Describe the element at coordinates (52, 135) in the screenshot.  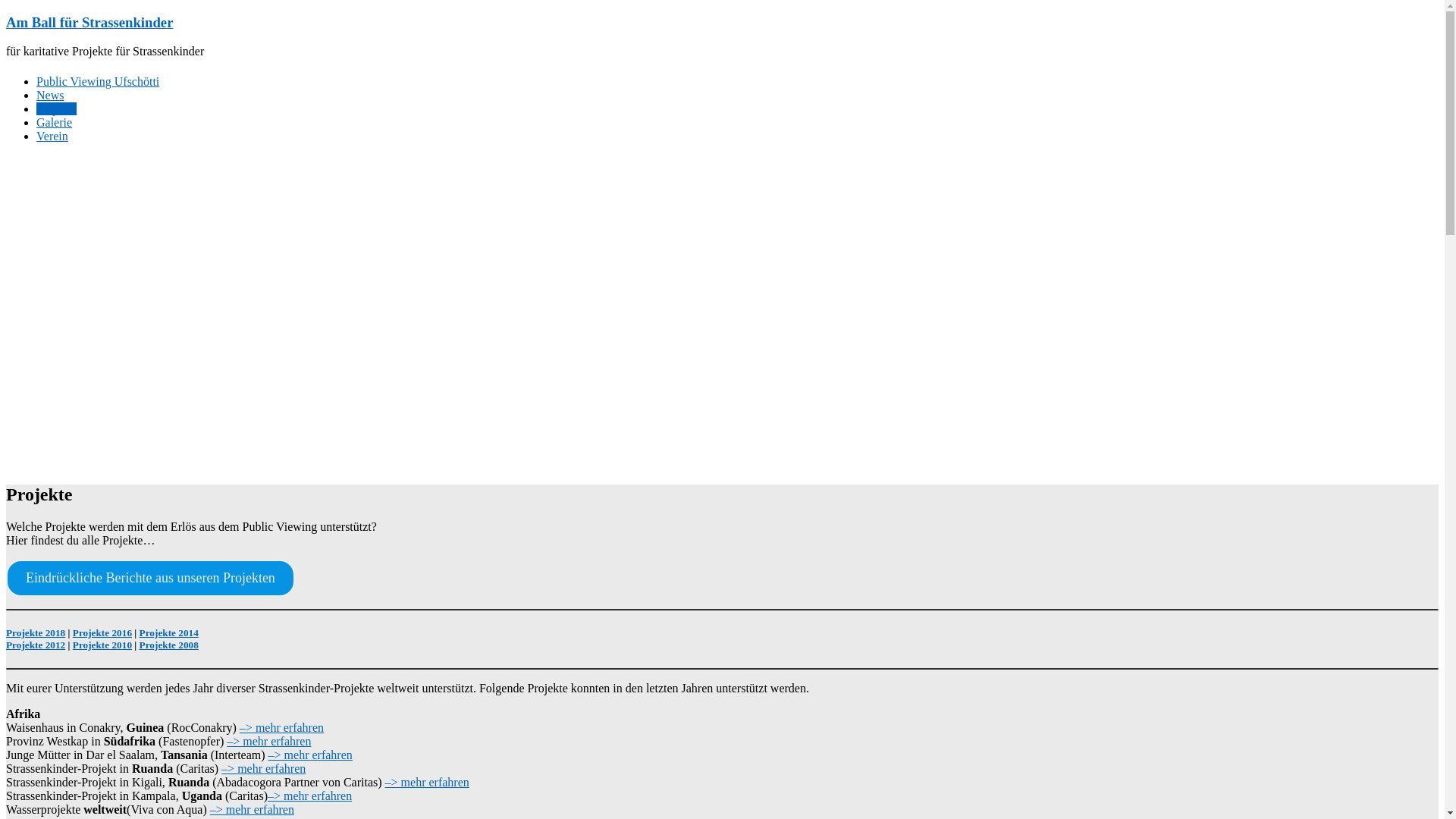
I see `'Verein'` at that location.